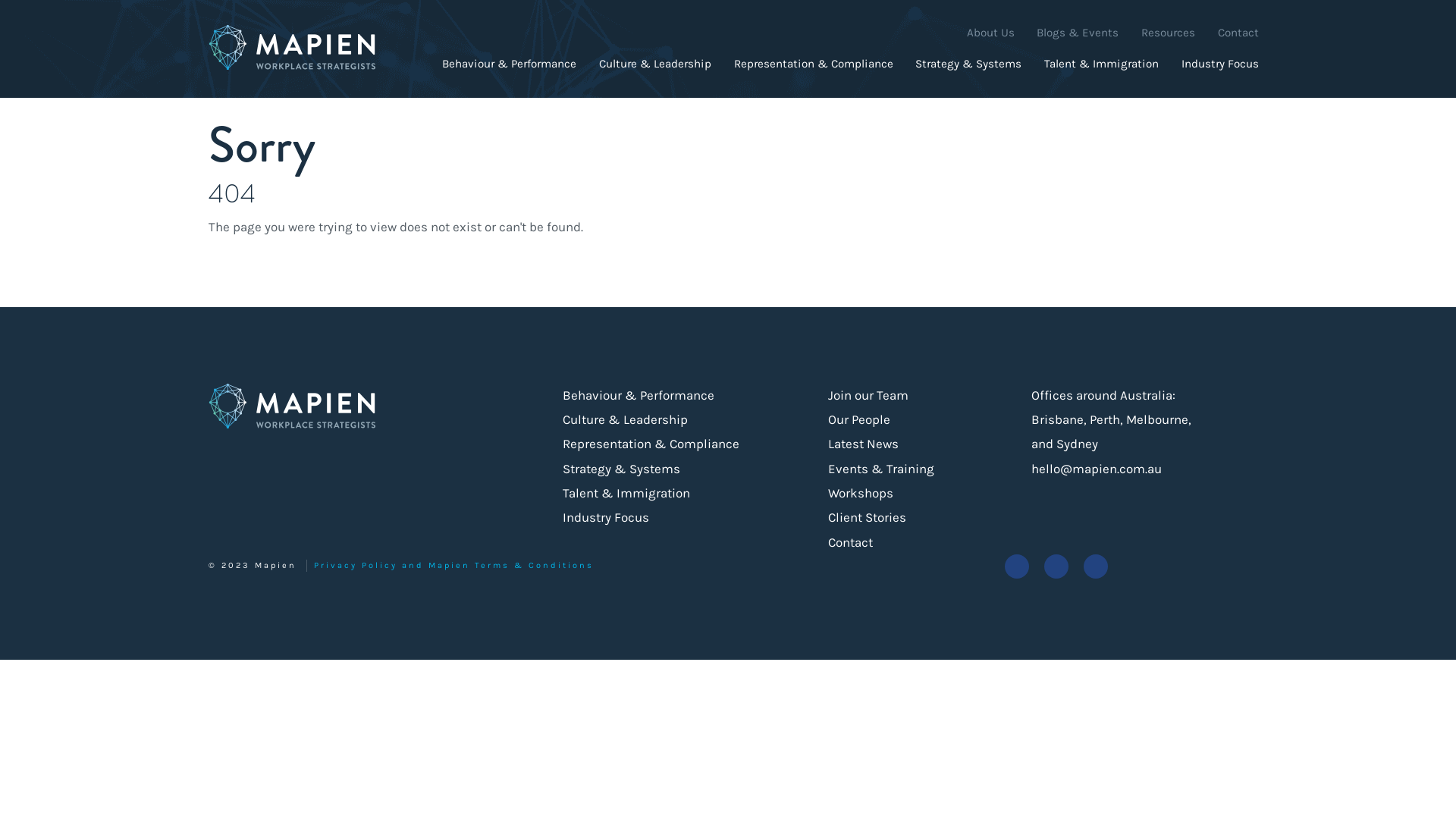 Image resolution: width=1456 pixels, height=819 pixels. What do you see at coordinates (509, 62) in the screenshot?
I see `'Behaviour & Performance'` at bounding box center [509, 62].